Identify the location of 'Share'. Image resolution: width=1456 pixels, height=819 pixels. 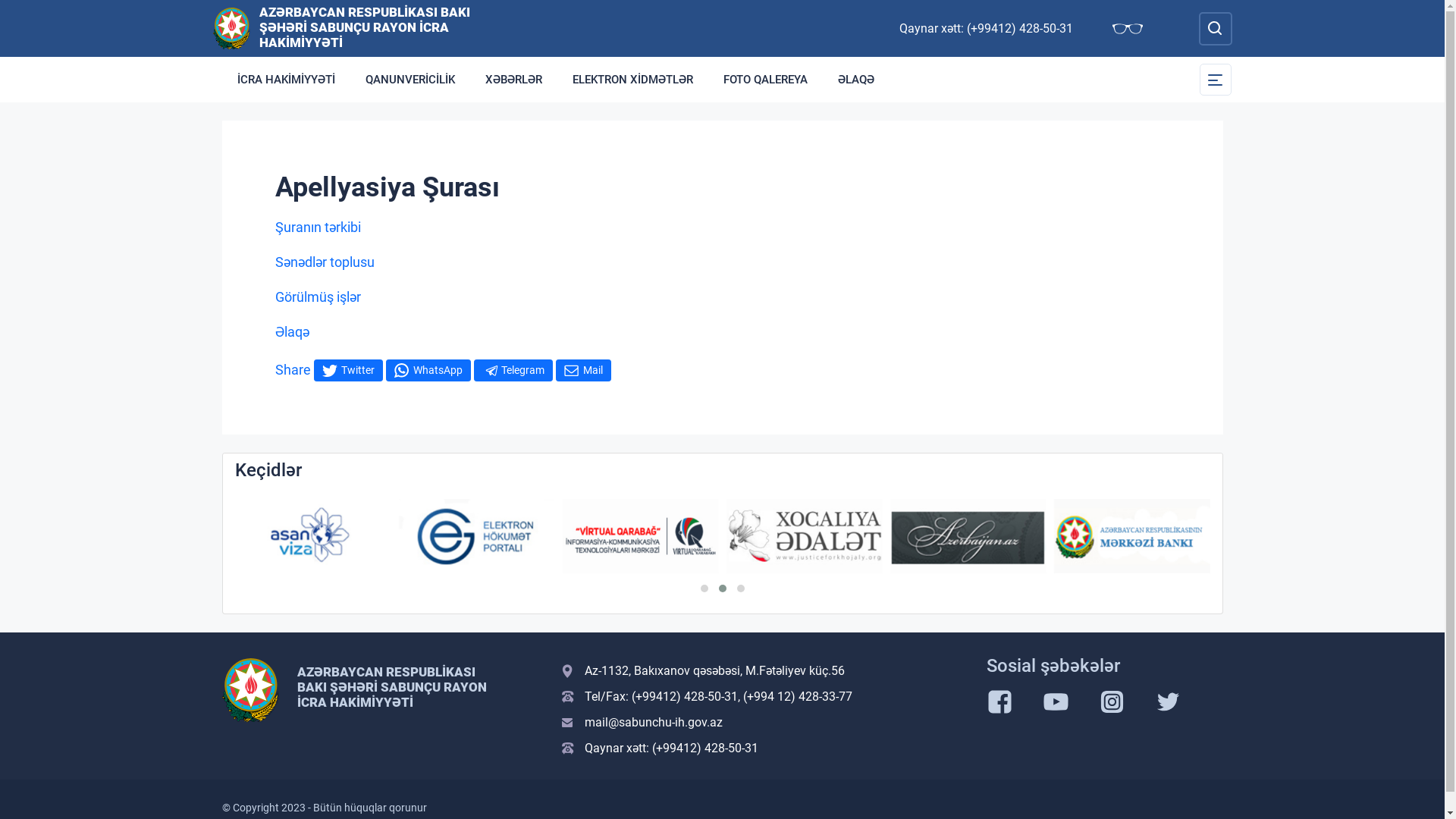
(292, 369).